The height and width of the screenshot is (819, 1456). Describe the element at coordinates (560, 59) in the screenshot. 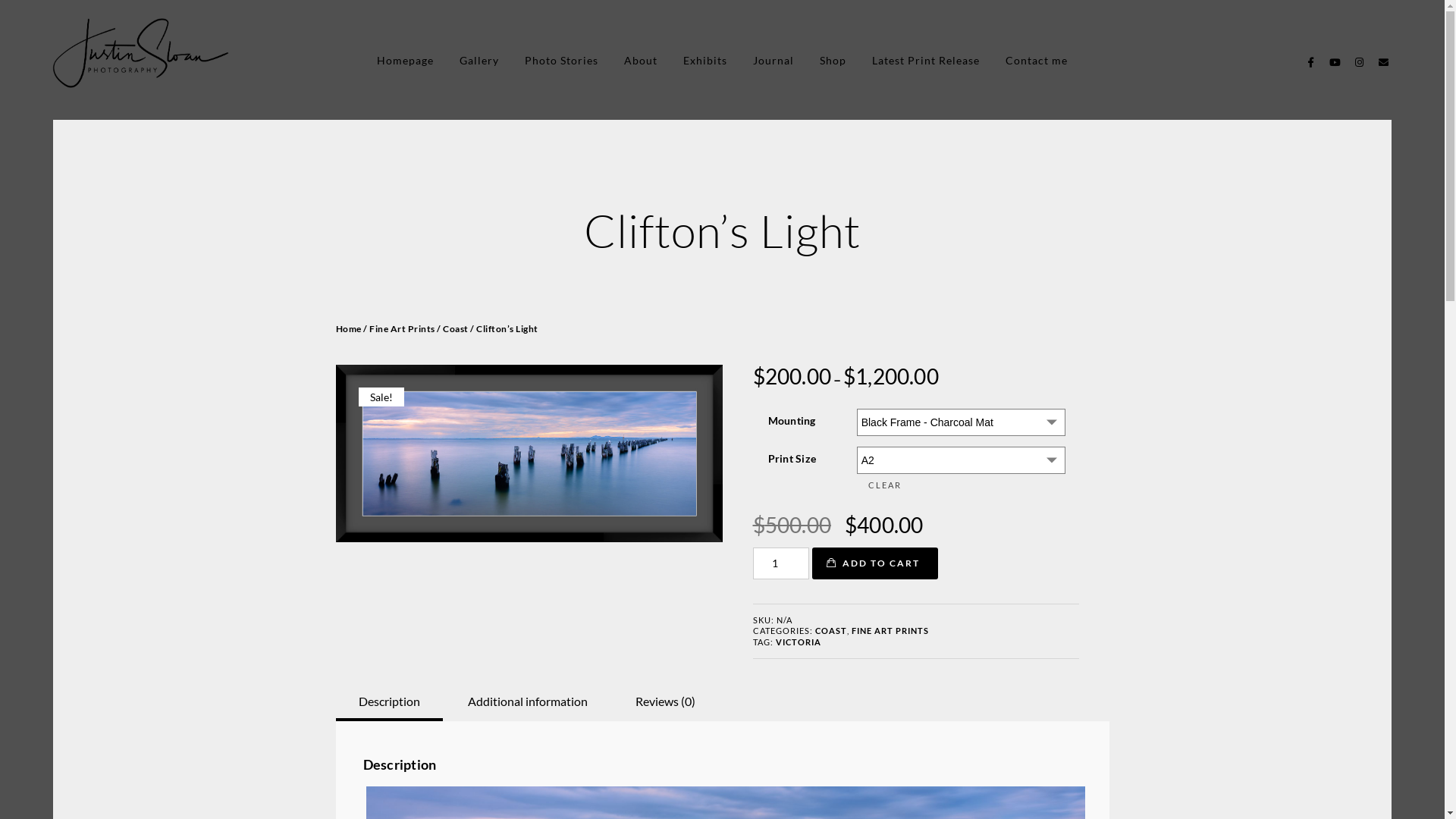

I see `'Photo Stories'` at that location.